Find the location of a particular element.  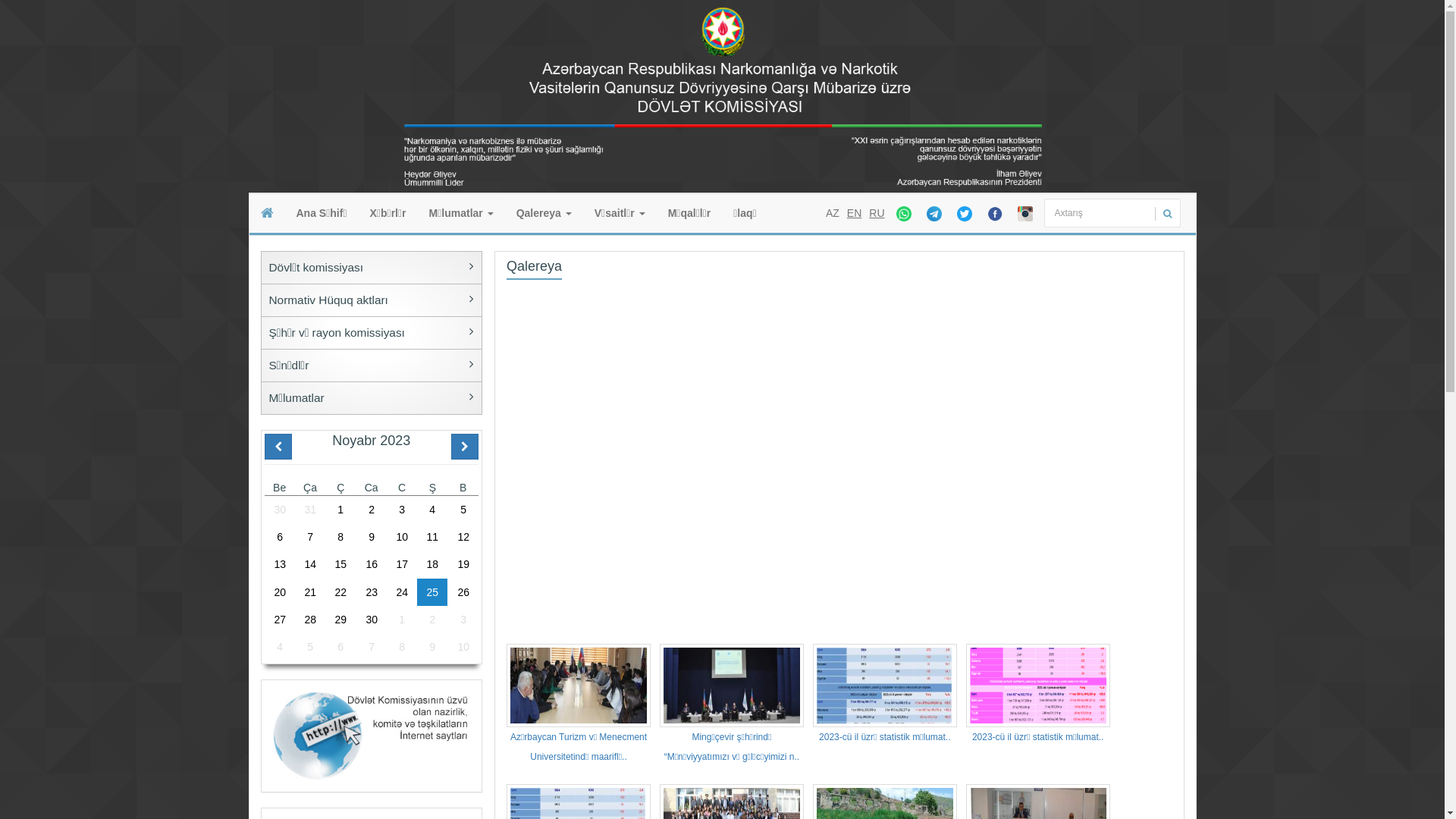

'28' is located at coordinates (309, 620).